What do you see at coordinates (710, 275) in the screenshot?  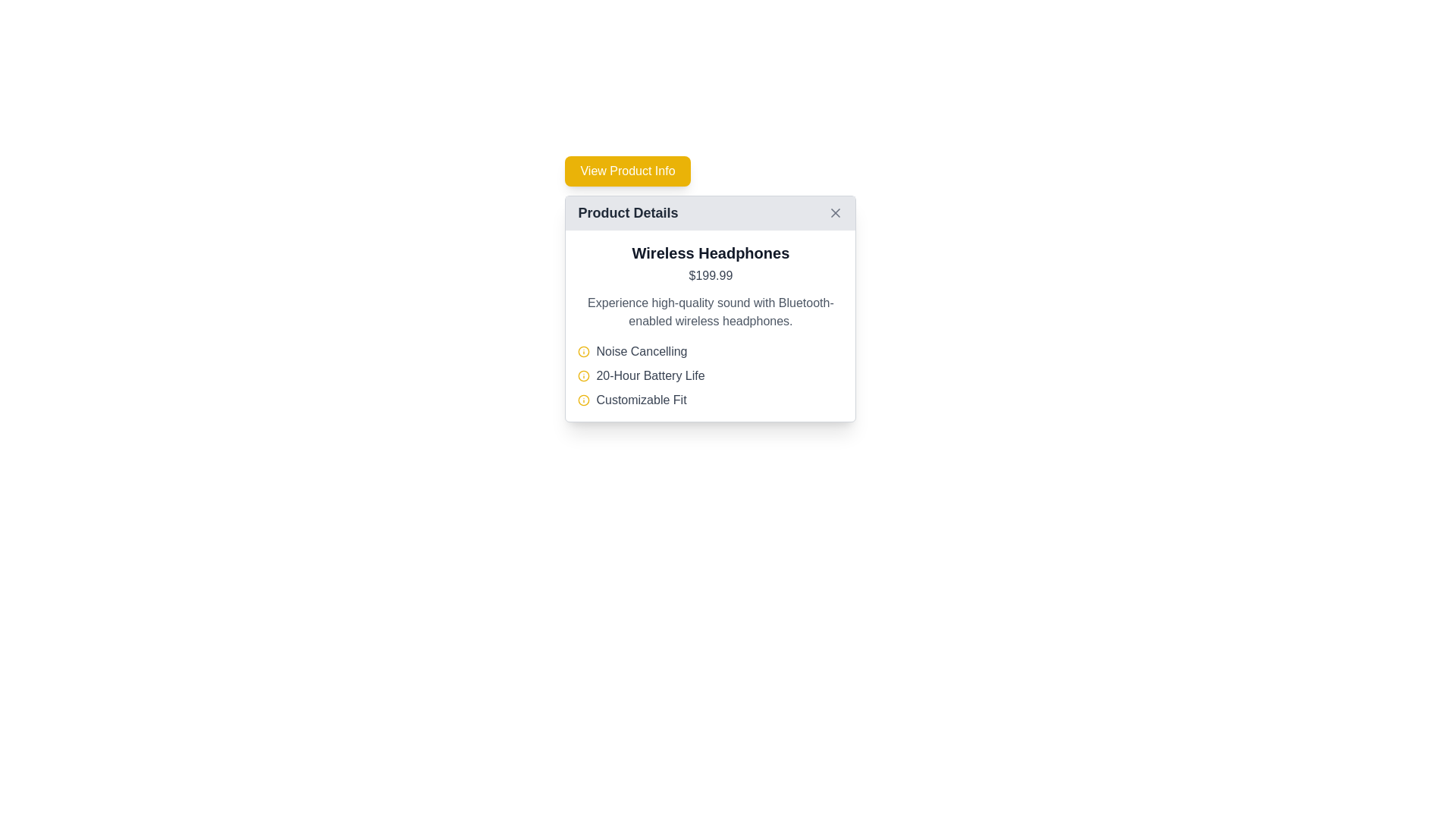 I see `the Text Label displaying the price '$199.99' located below the title 'Wireless Headphones' in the modal interface` at bounding box center [710, 275].